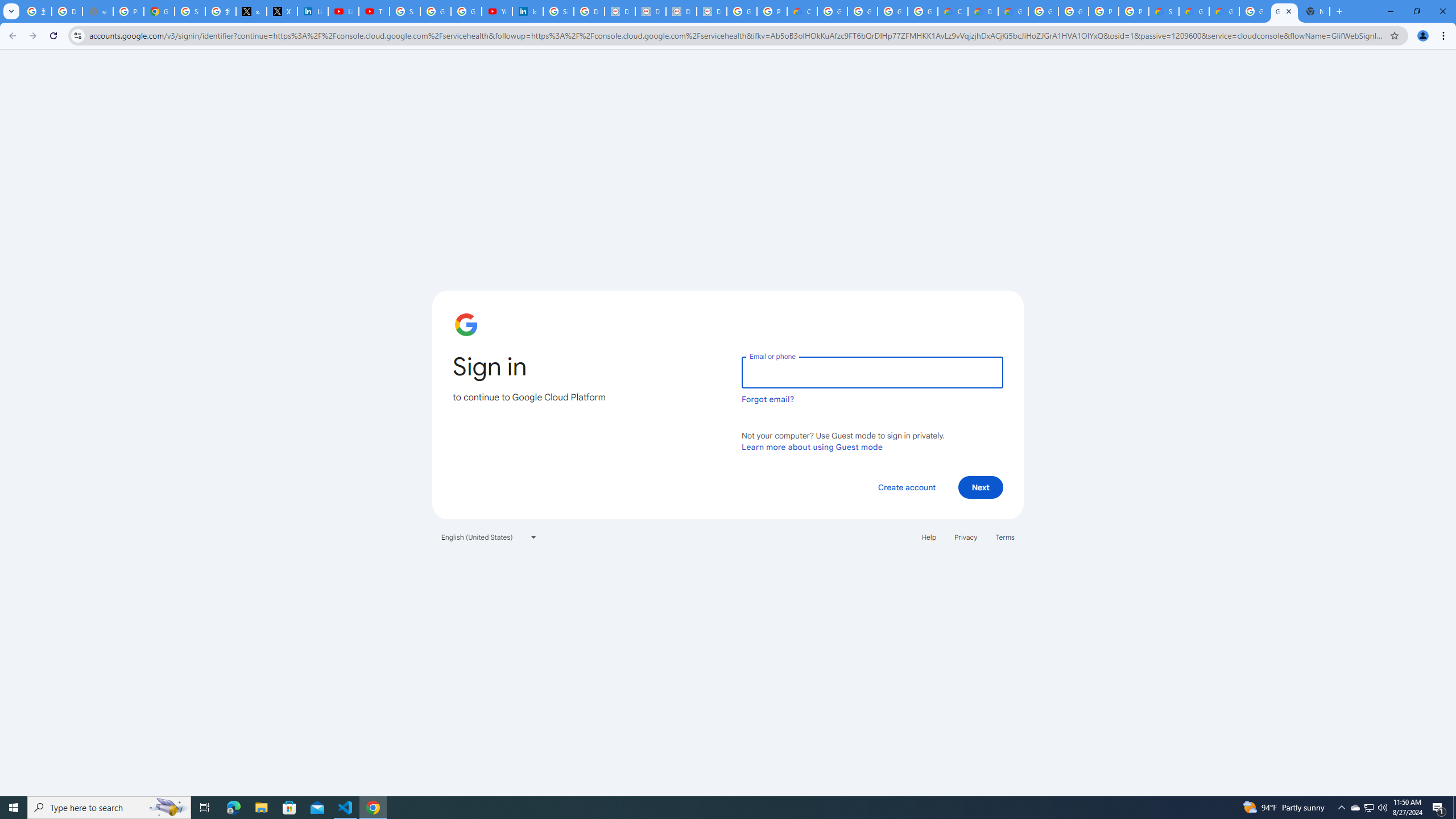 This screenshot has height=819, width=1456. Describe the element at coordinates (1314, 11) in the screenshot. I see `'New Tab'` at that location.